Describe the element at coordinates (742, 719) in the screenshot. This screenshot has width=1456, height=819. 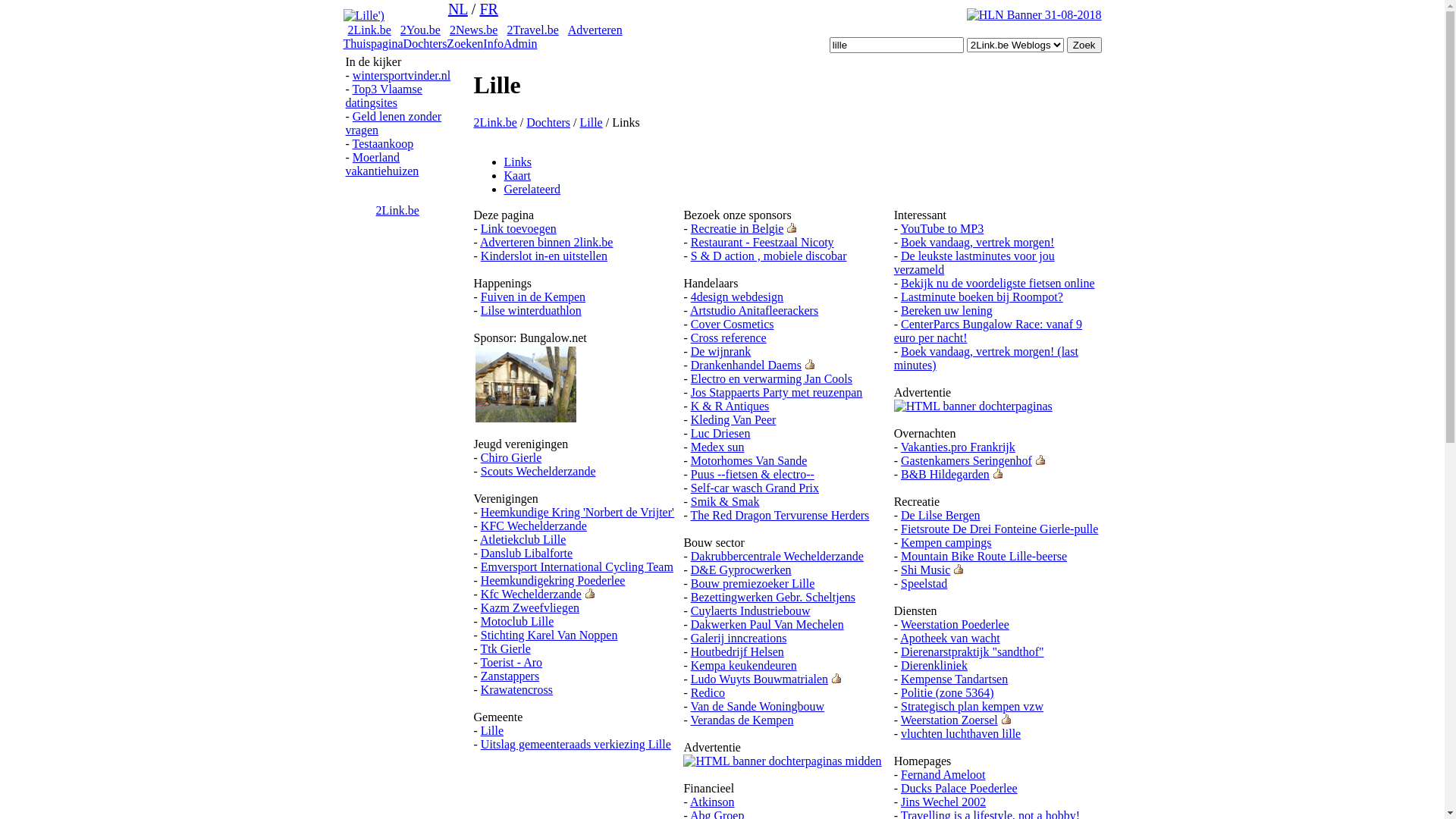
I see `'Verandas de Kempen'` at that location.